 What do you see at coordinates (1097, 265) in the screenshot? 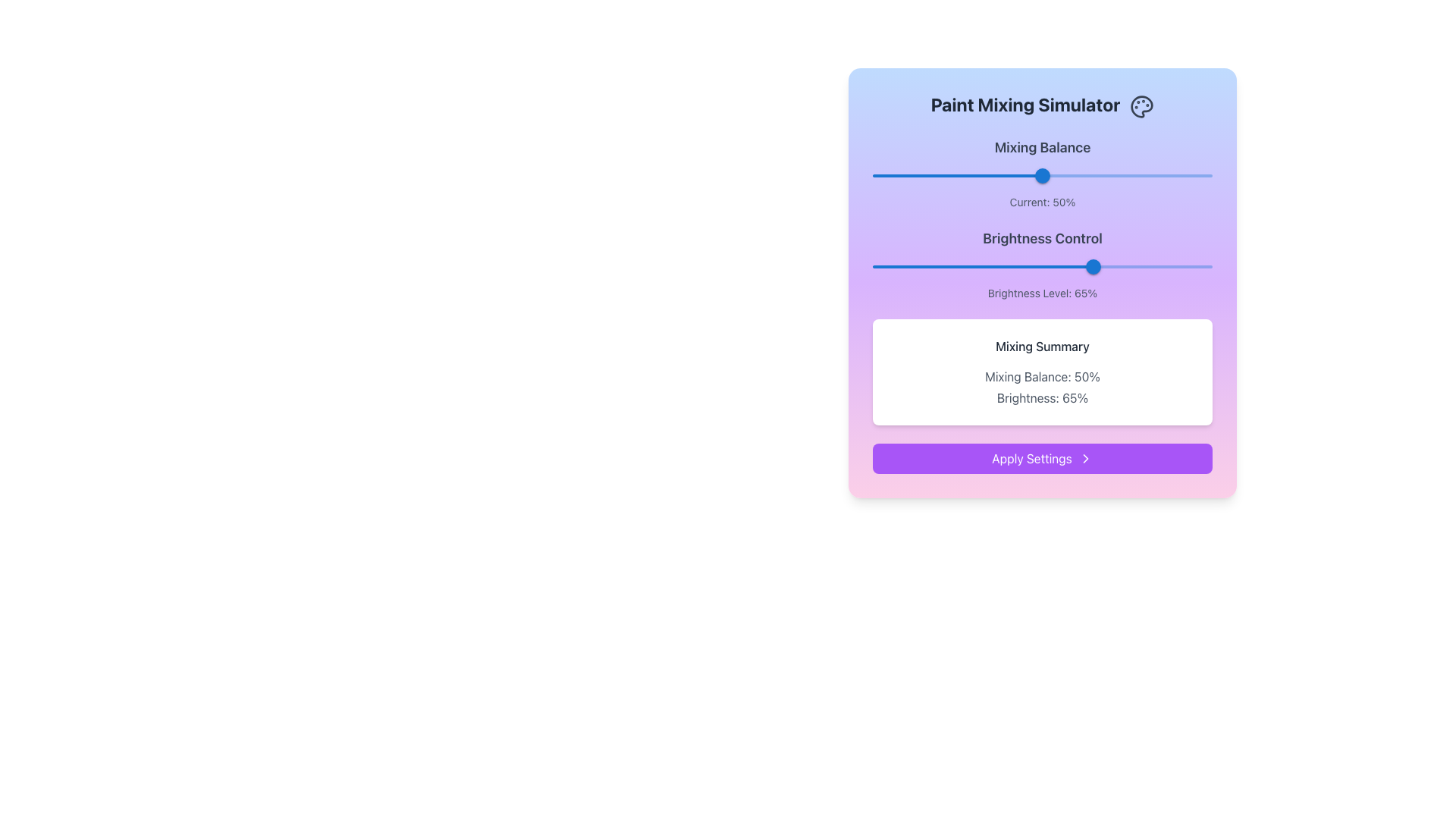
I see `brightness level` at bounding box center [1097, 265].